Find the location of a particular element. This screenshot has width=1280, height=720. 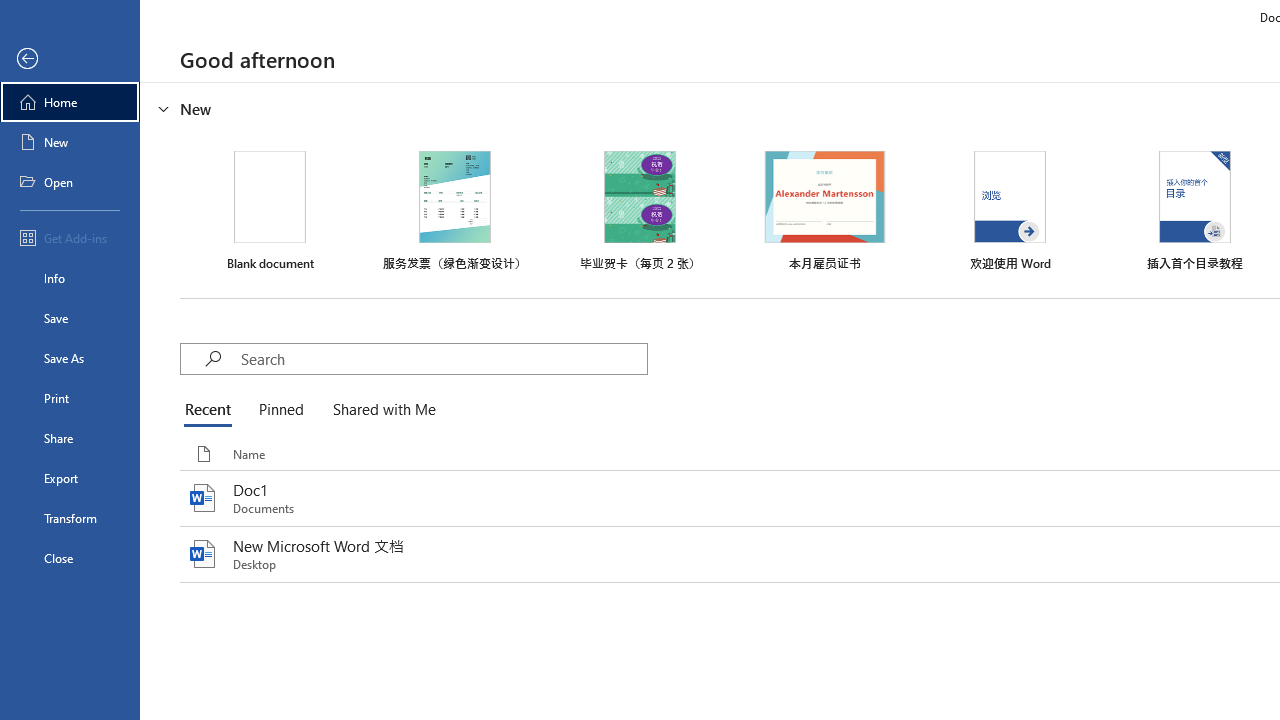

'Get Add-ins' is located at coordinates (69, 236).